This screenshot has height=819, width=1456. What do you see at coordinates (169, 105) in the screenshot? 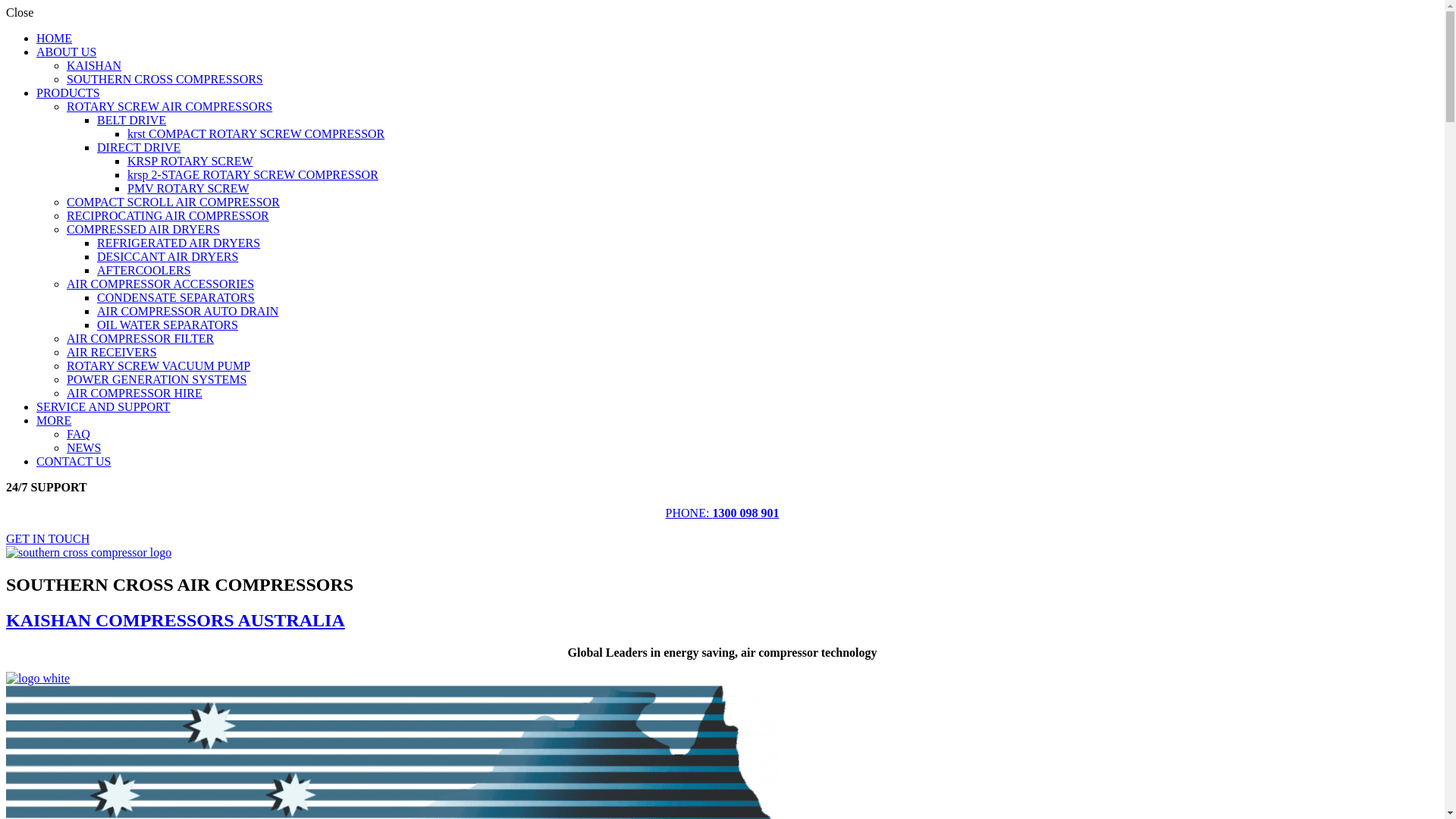
I see `'ROTARY SCREW AIR COMPRESSORS'` at bounding box center [169, 105].